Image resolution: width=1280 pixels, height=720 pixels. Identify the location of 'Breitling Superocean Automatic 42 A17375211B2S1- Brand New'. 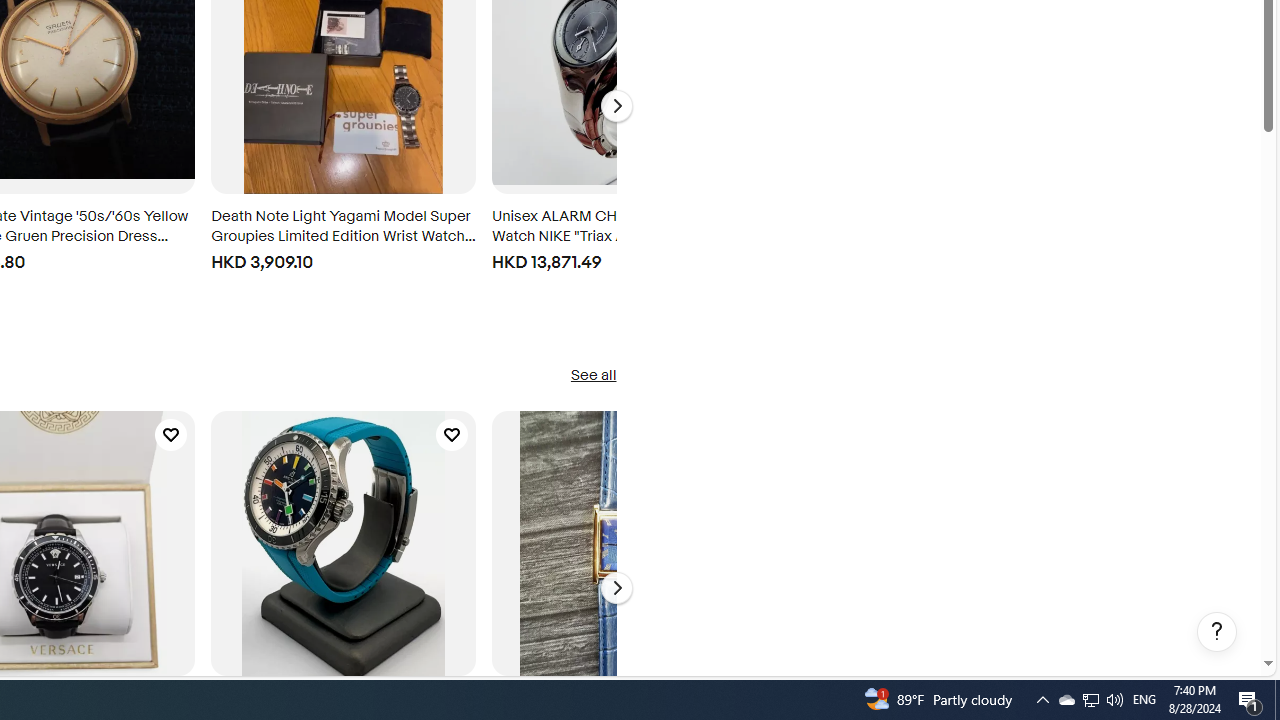
(343, 542).